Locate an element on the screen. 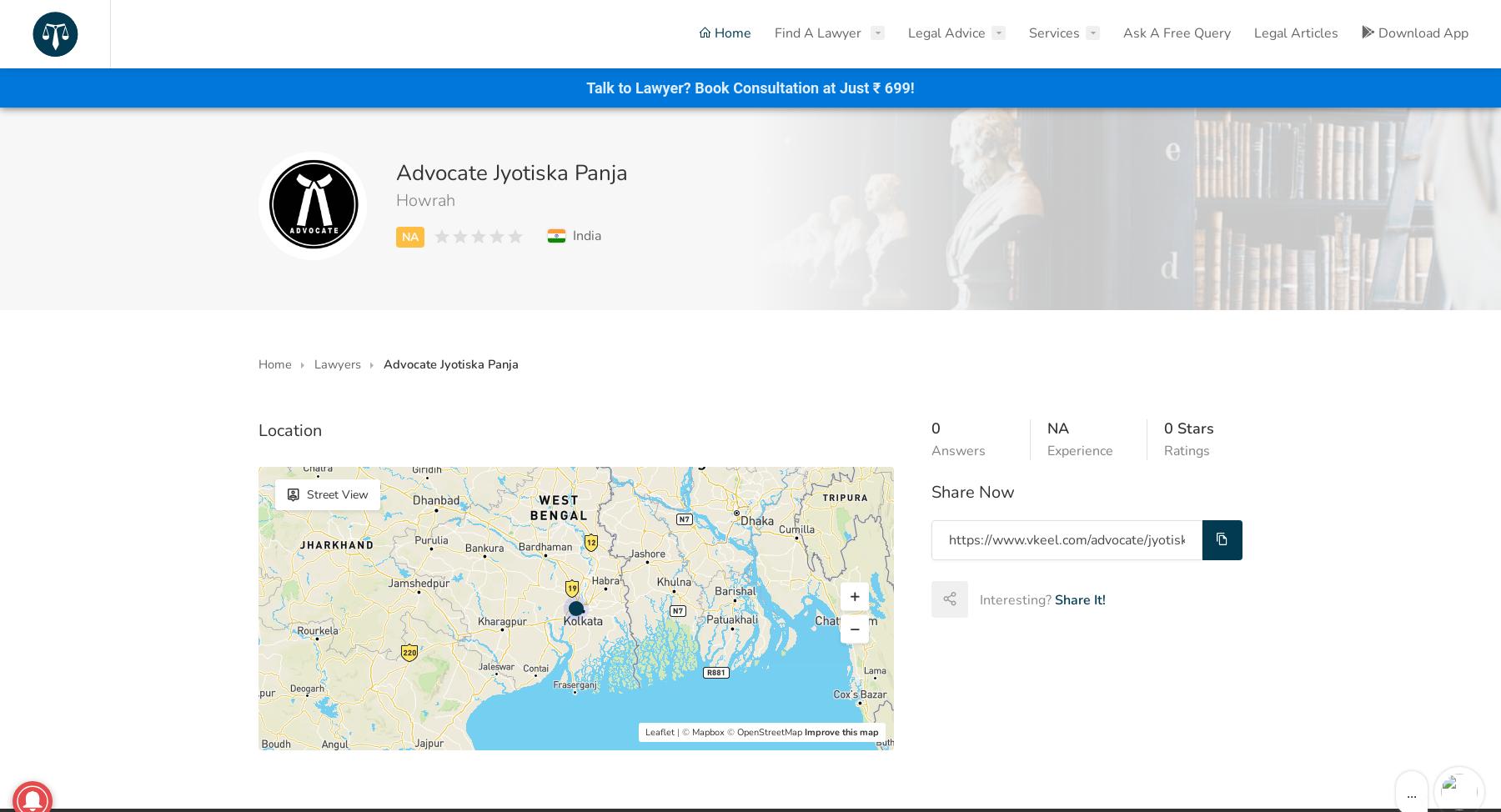 The image size is (1501, 812). 'Cyber Crime' is located at coordinates (966, 181).